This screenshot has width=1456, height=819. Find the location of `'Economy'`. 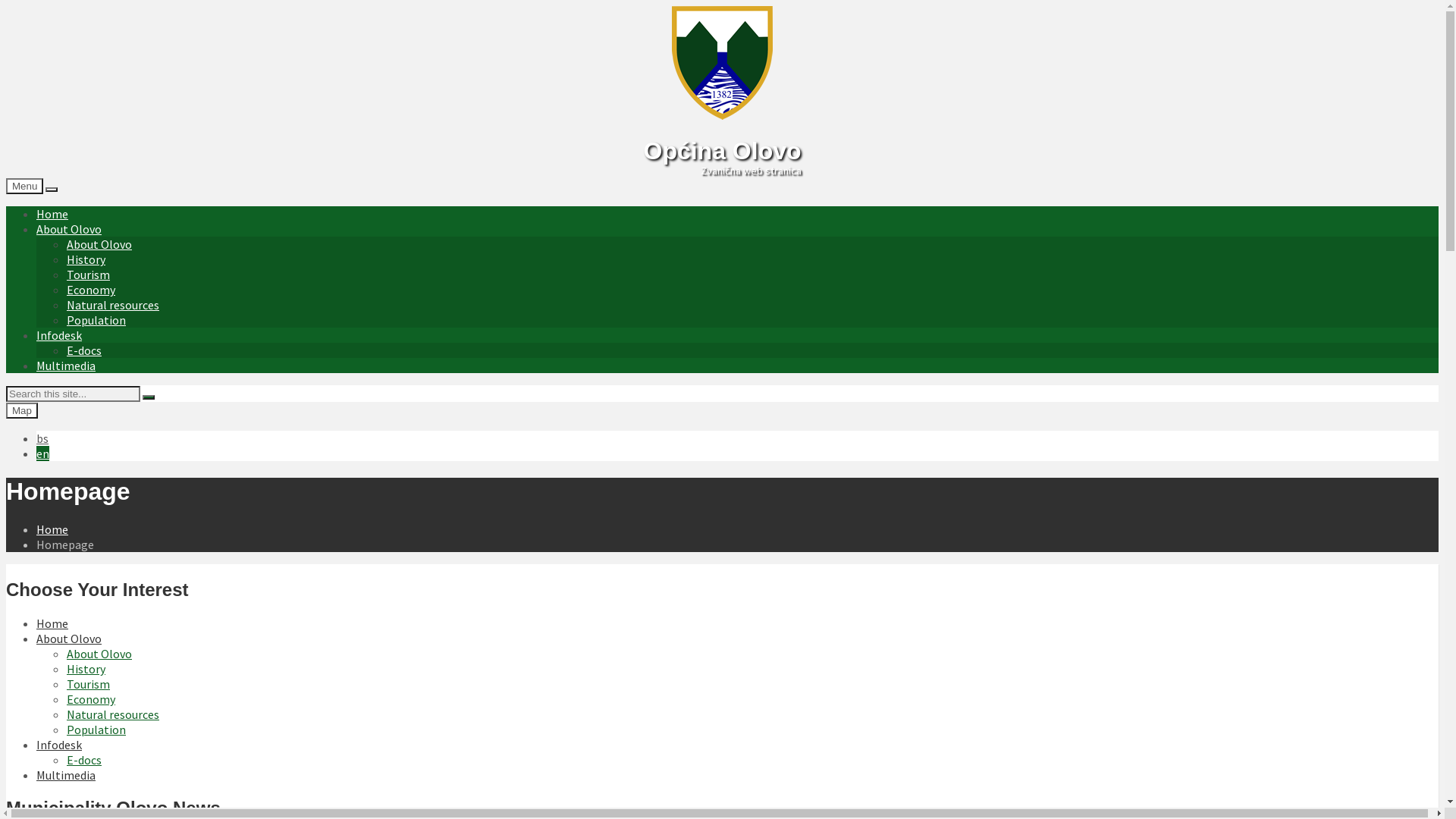

'Economy' is located at coordinates (65, 289).